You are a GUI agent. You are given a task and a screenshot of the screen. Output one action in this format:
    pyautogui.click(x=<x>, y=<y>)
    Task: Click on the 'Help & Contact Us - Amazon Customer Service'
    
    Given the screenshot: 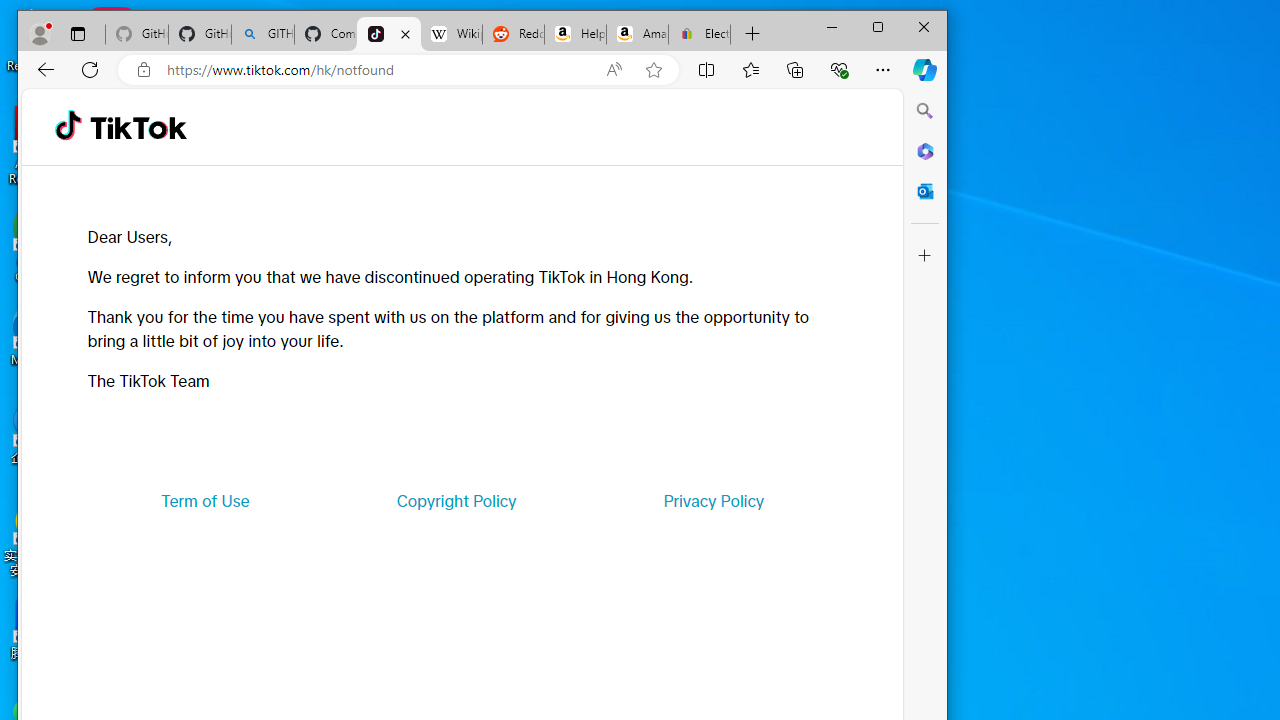 What is the action you would take?
    pyautogui.click(x=574, y=34)
    